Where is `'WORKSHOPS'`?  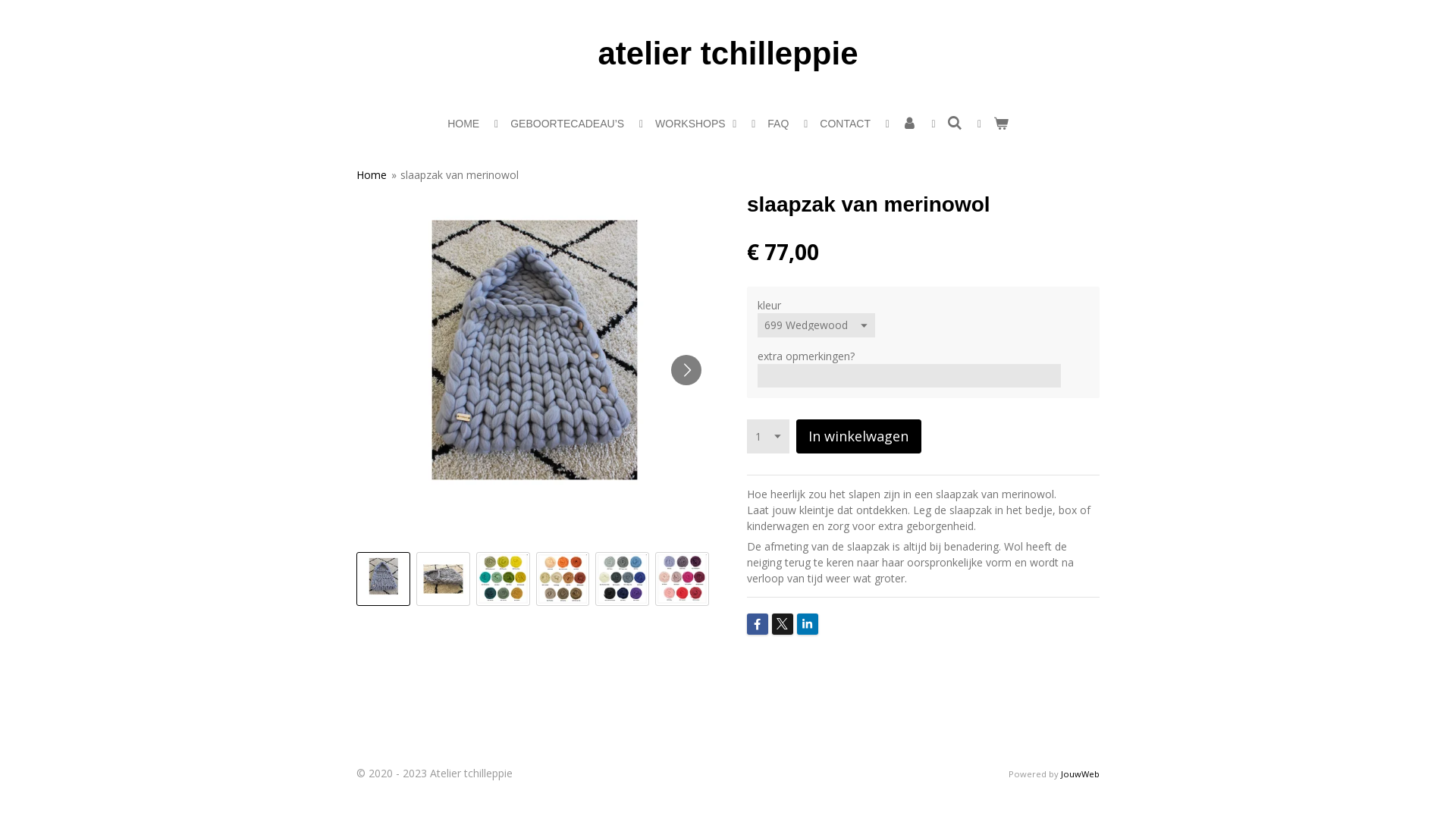 'WORKSHOPS' is located at coordinates (695, 123).